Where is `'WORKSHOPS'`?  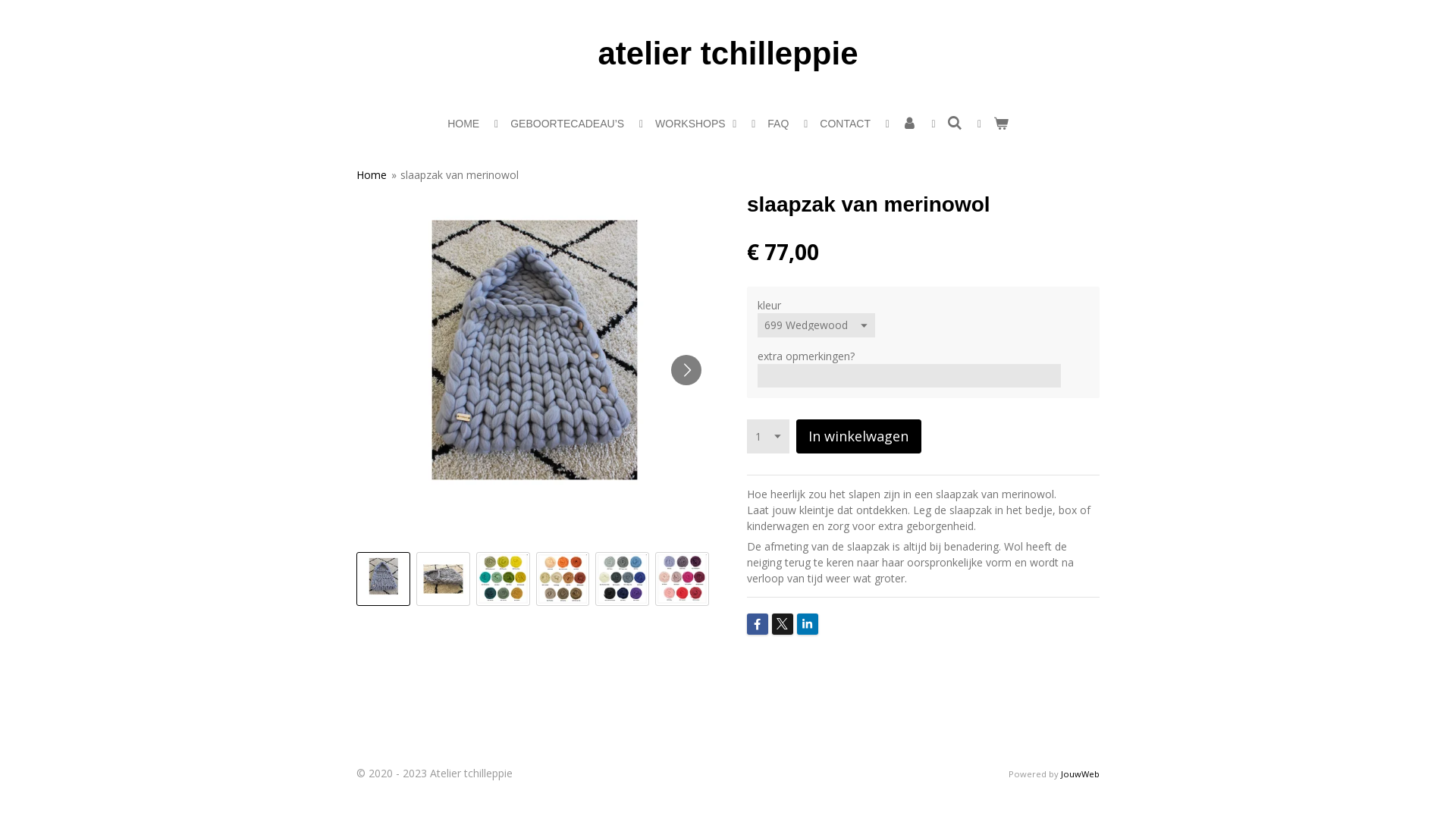 'WORKSHOPS' is located at coordinates (695, 123).